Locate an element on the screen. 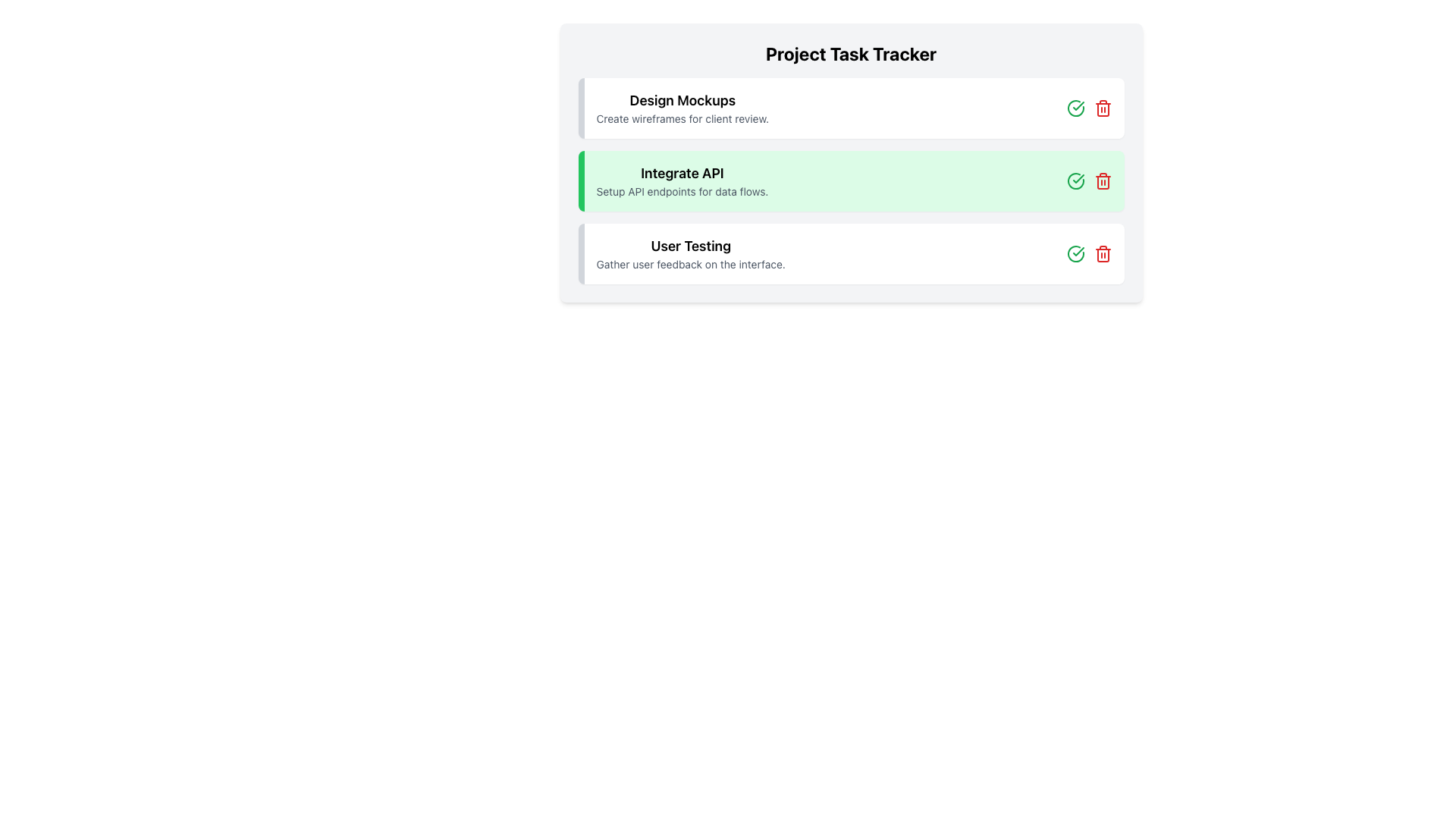  the completion icon for the task labeled 'Integrate API', which is located in the right section near the green background area is located at coordinates (1077, 250).